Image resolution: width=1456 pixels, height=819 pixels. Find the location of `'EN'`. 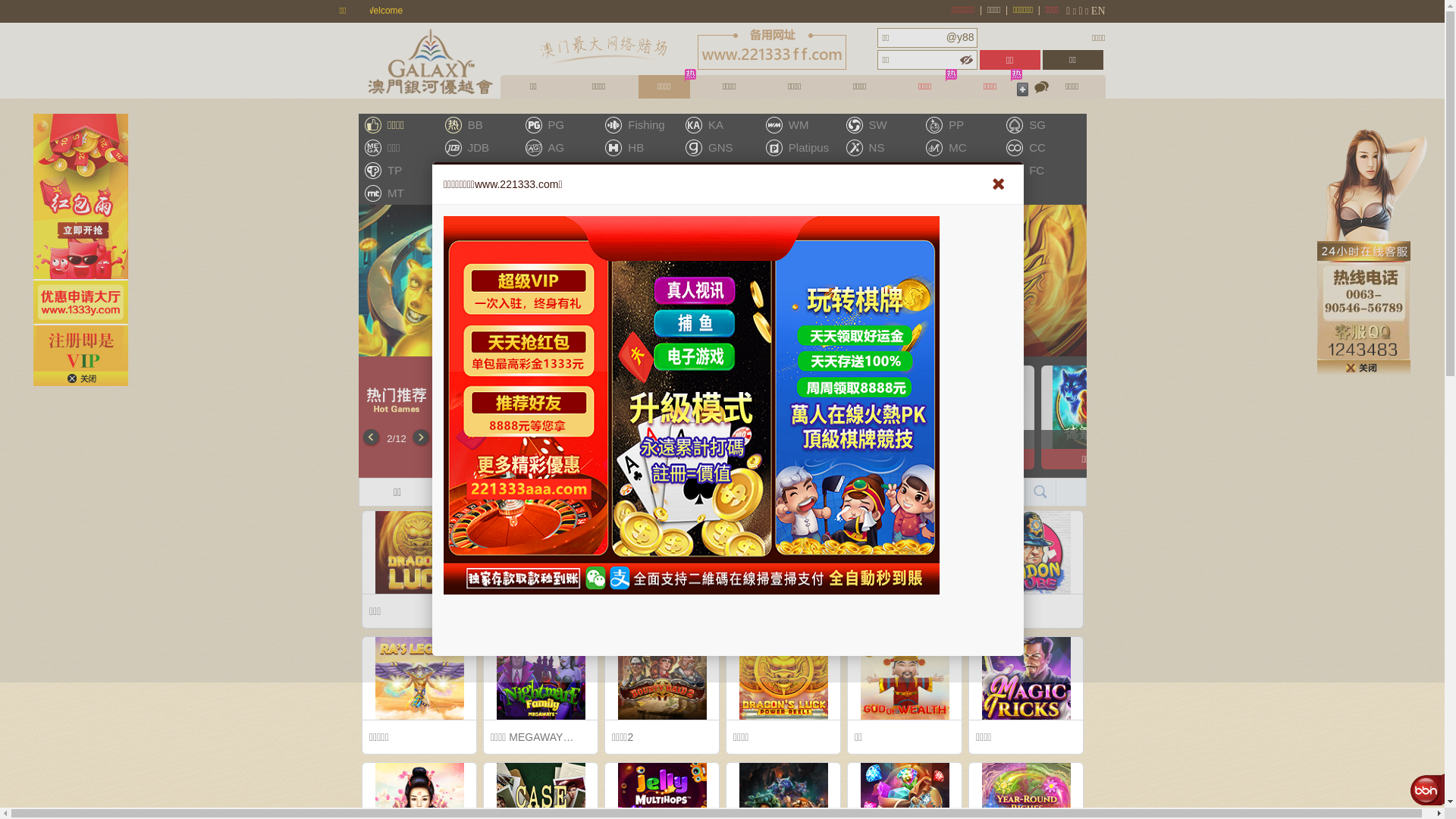

'EN' is located at coordinates (1103, 11).